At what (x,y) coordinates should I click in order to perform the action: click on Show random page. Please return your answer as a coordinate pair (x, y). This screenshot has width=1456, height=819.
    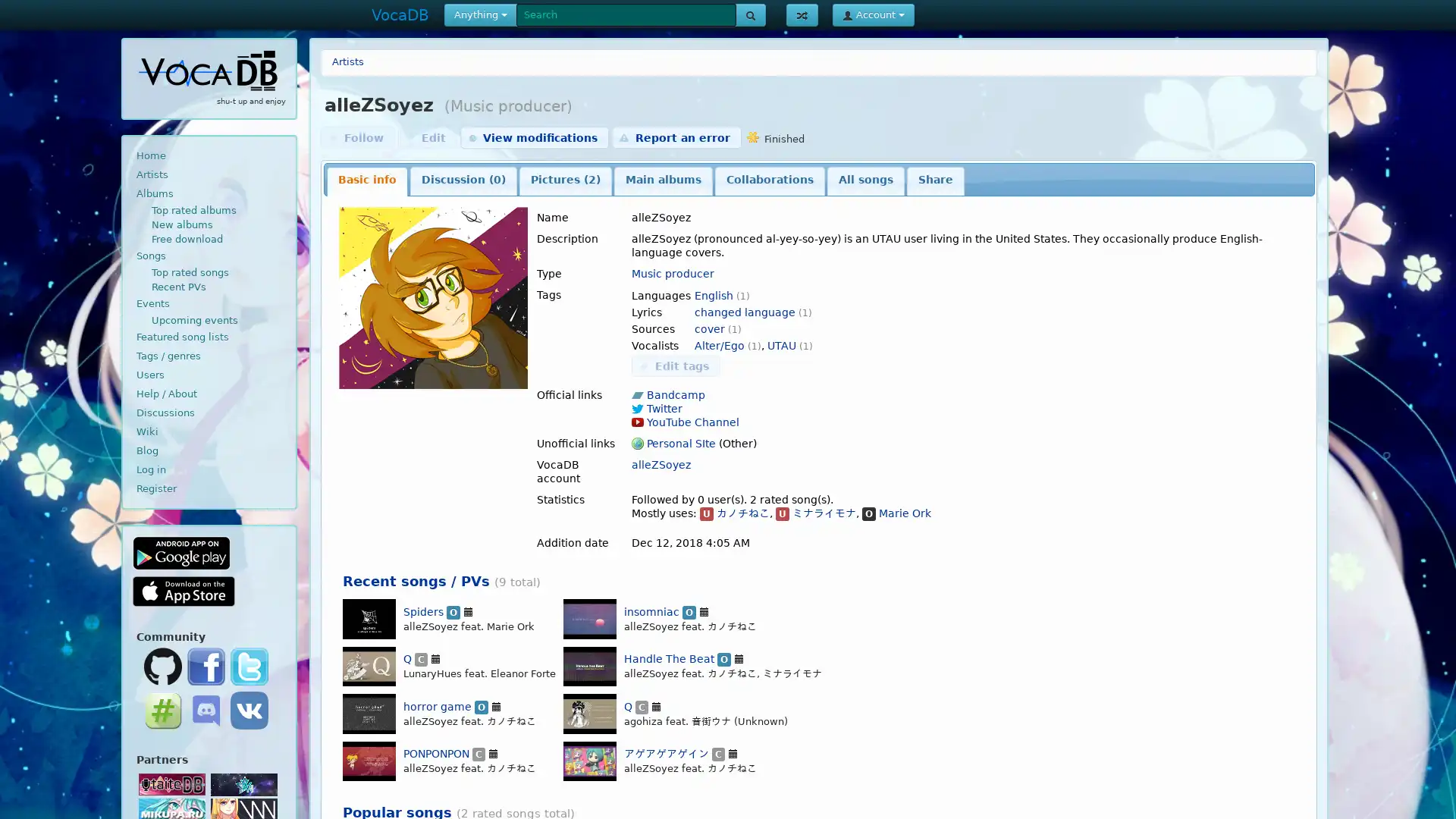
    Looking at the image, I should click on (801, 14).